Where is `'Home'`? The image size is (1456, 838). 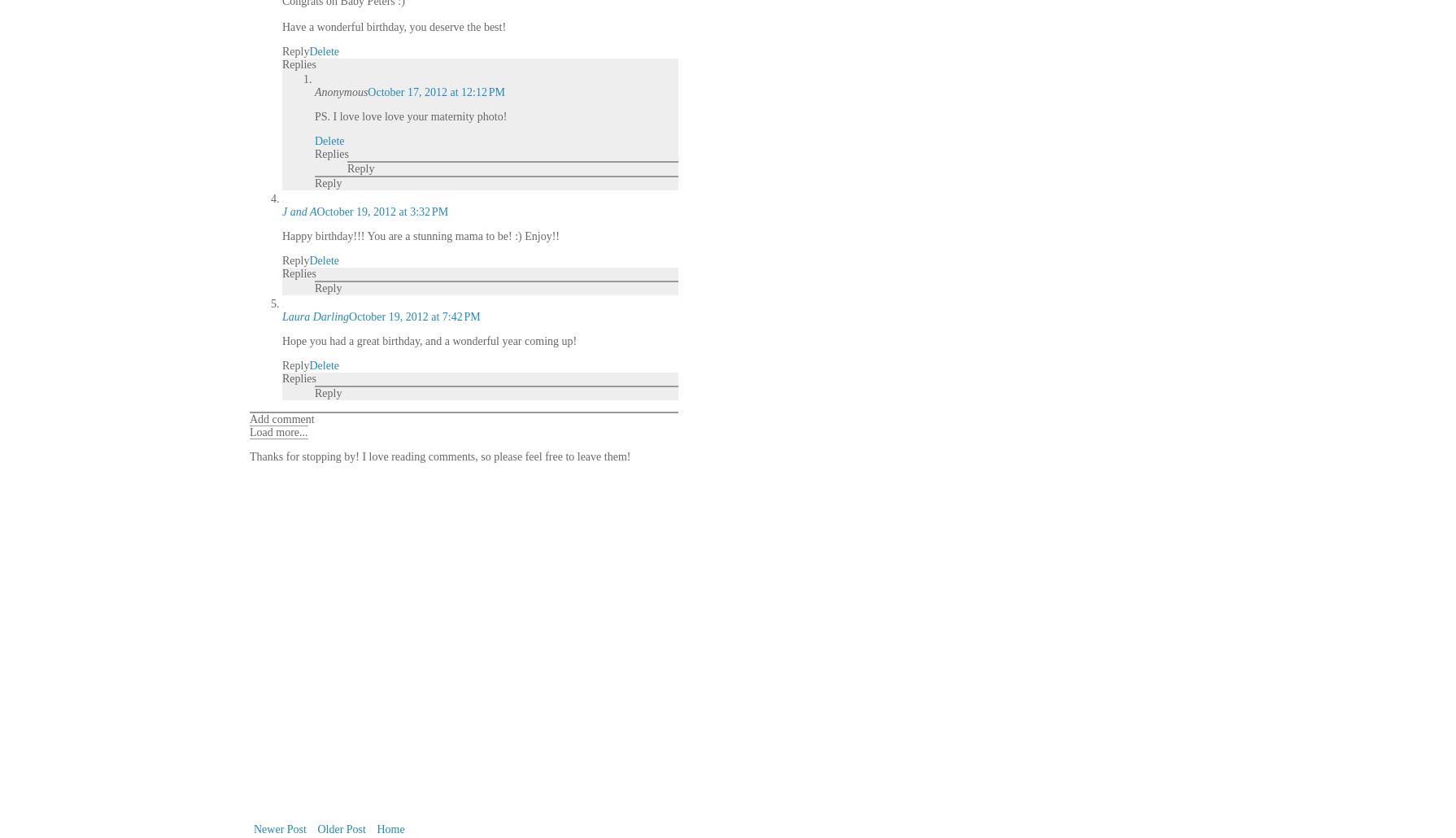
'Home' is located at coordinates (390, 828).